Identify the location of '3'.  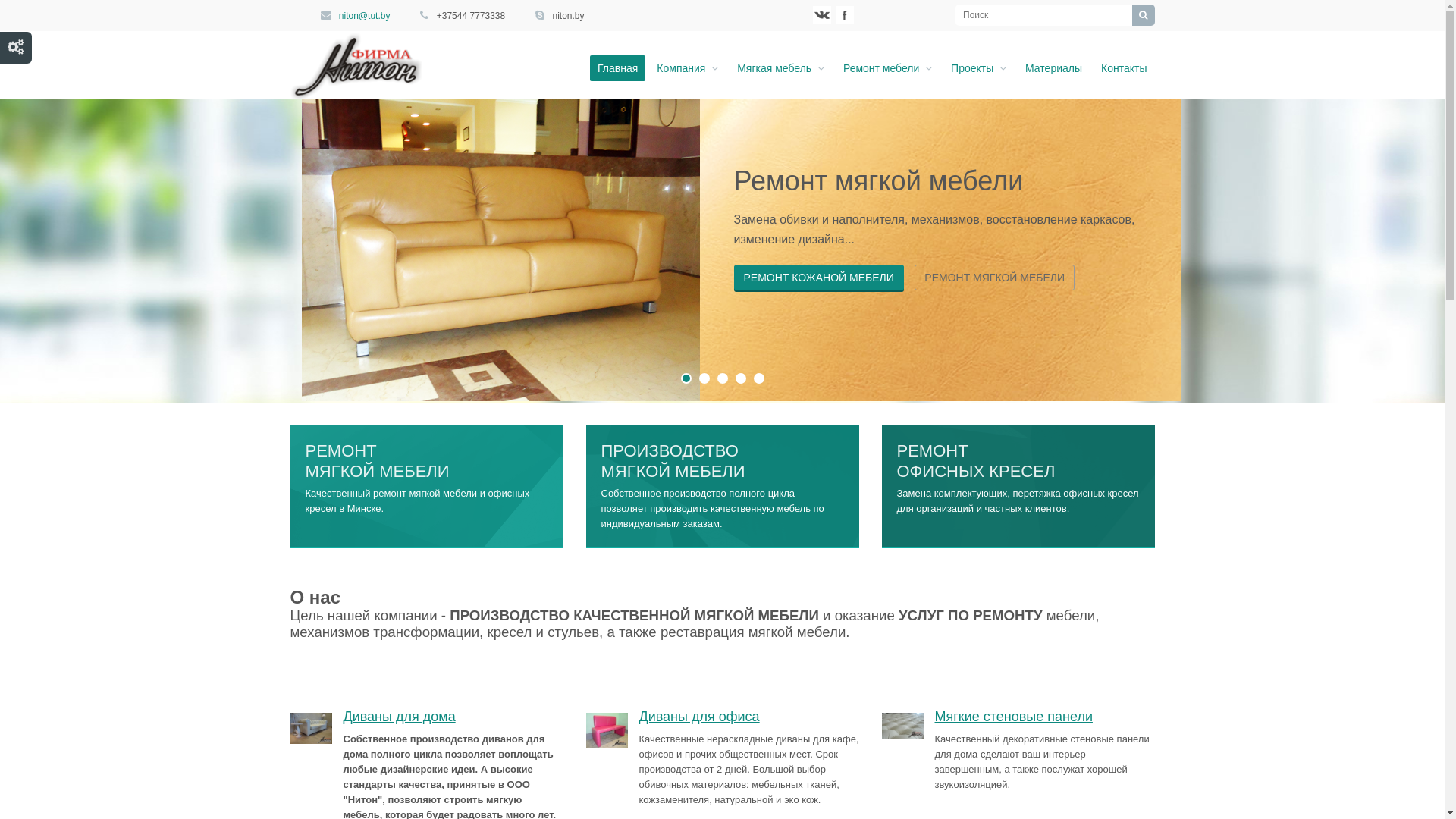
(722, 377).